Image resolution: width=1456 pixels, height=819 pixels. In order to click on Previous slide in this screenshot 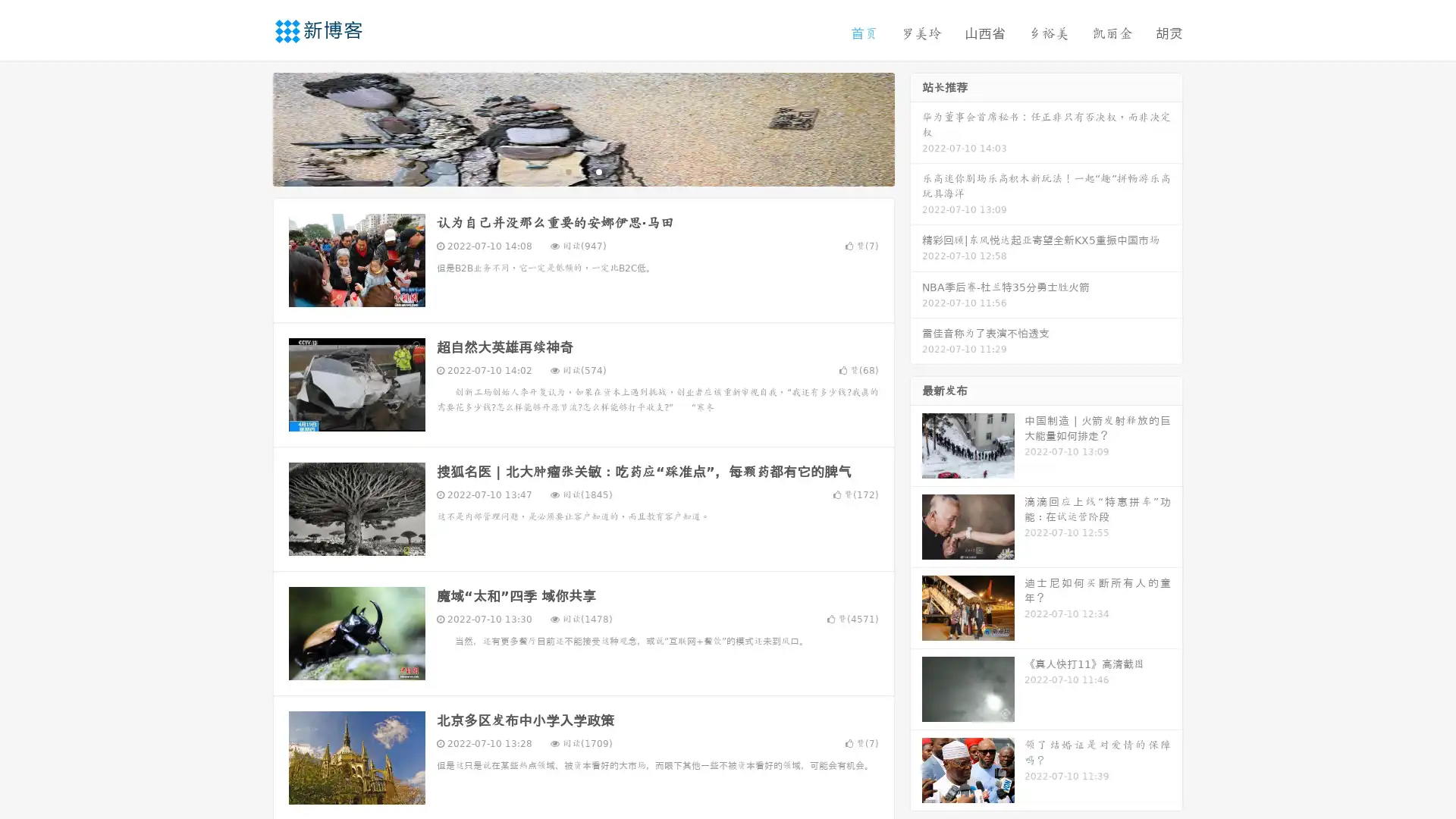, I will do `click(250, 127)`.